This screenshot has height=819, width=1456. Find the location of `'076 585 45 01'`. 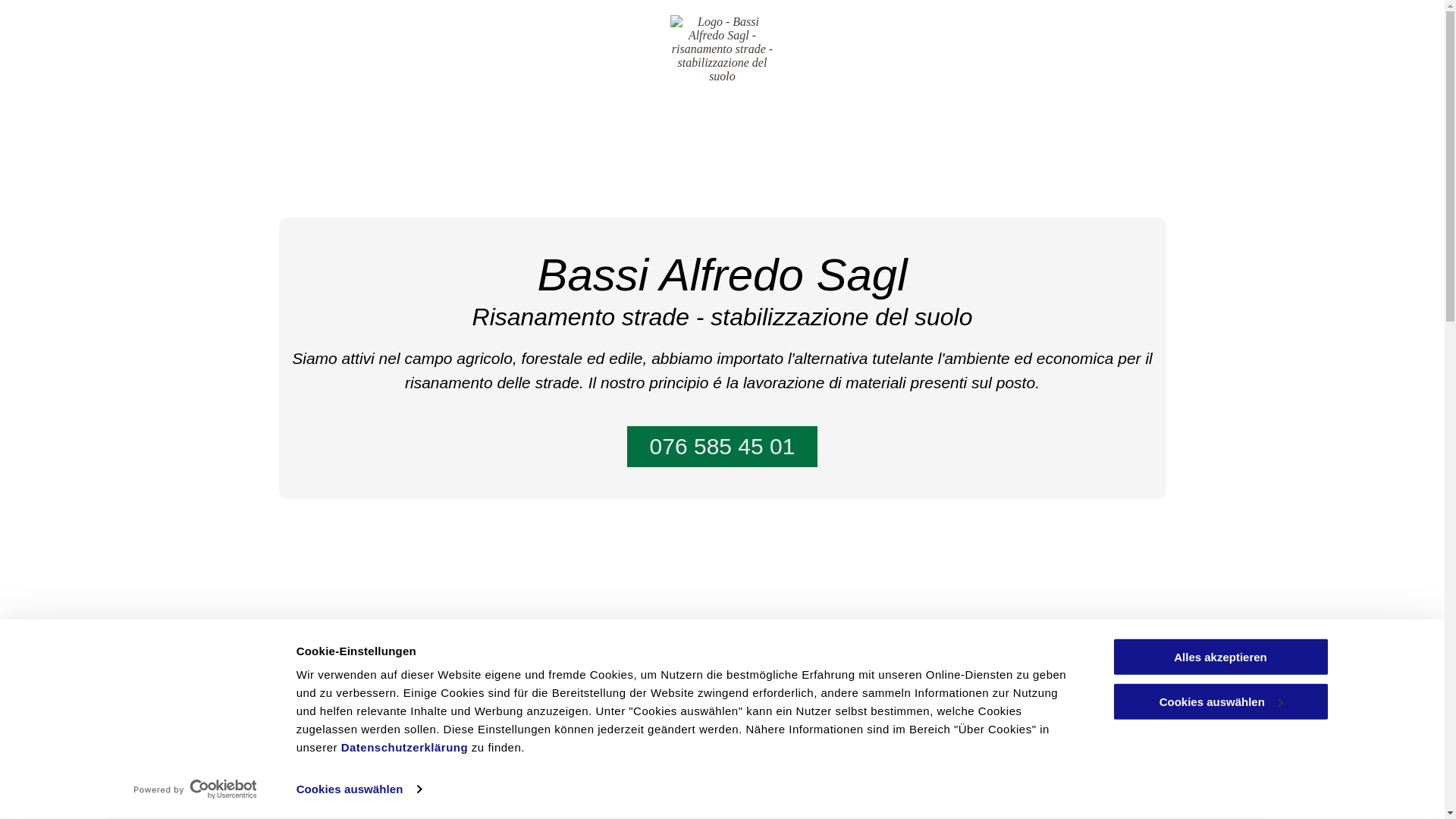

'076 585 45 01' is located at coordinates (626, 446).